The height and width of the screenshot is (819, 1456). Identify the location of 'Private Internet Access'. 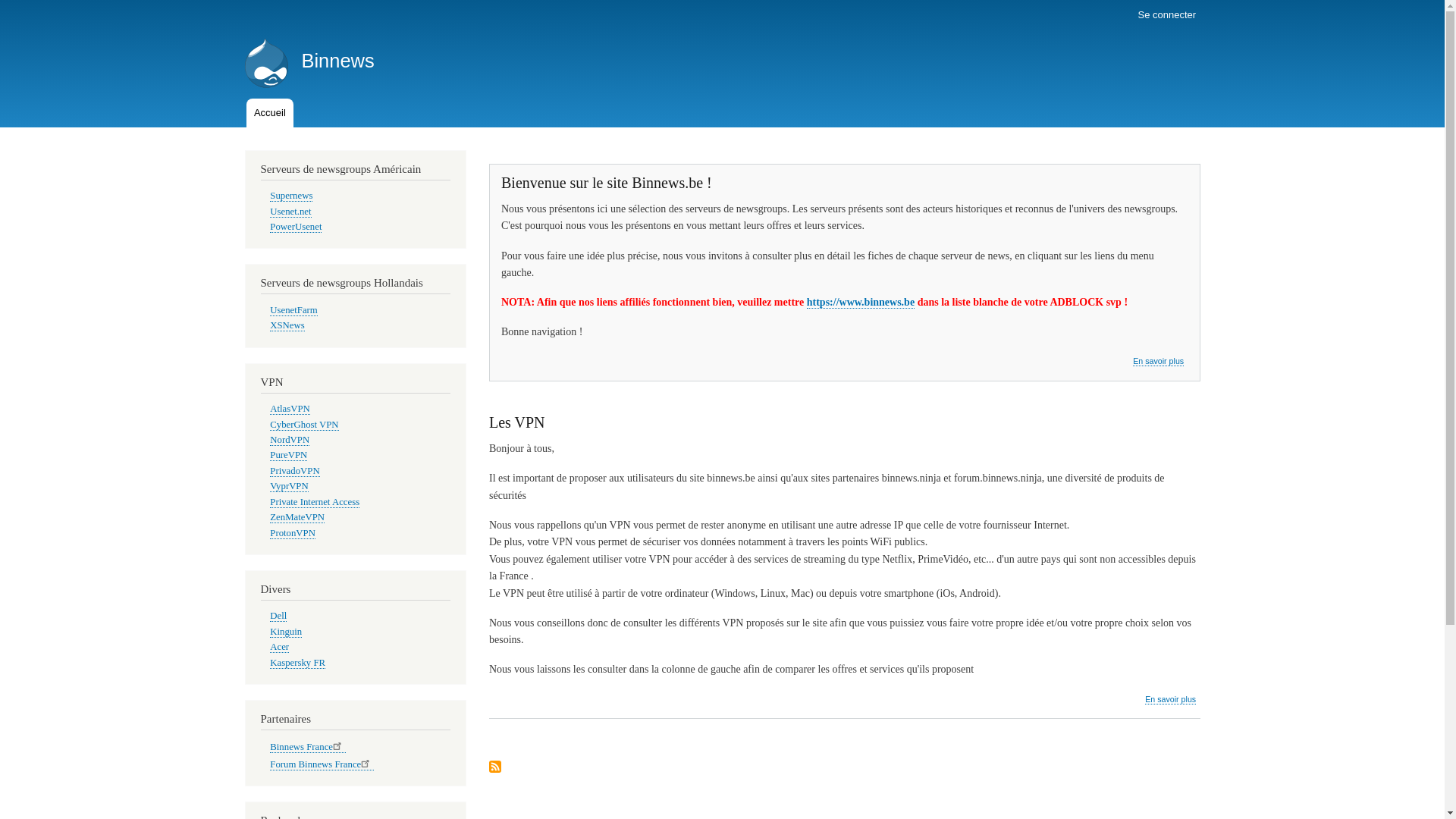
(313, 502).